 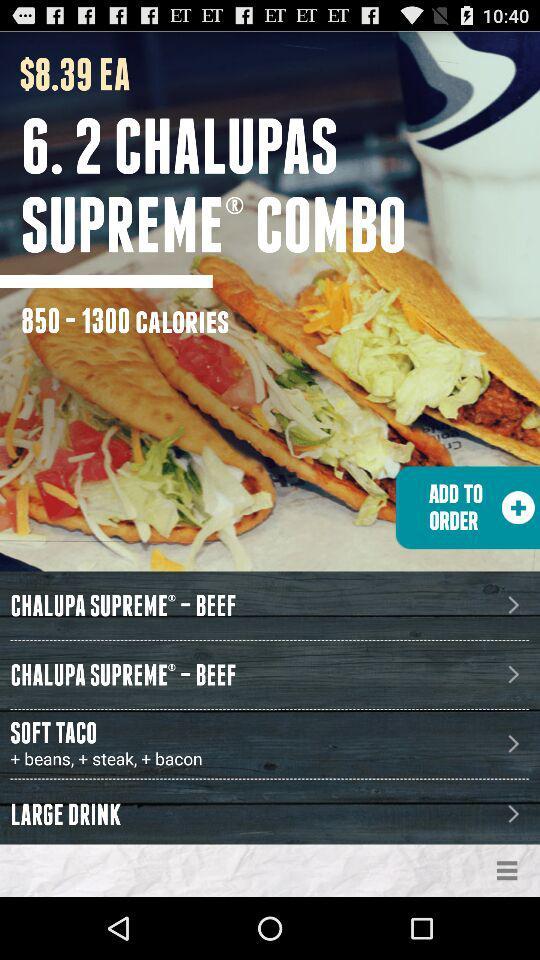 What do you see at coordinates (65, 74) in the screenshot?
I see `the icon above 6 2 chalupas` at bounding box center [65, 74].